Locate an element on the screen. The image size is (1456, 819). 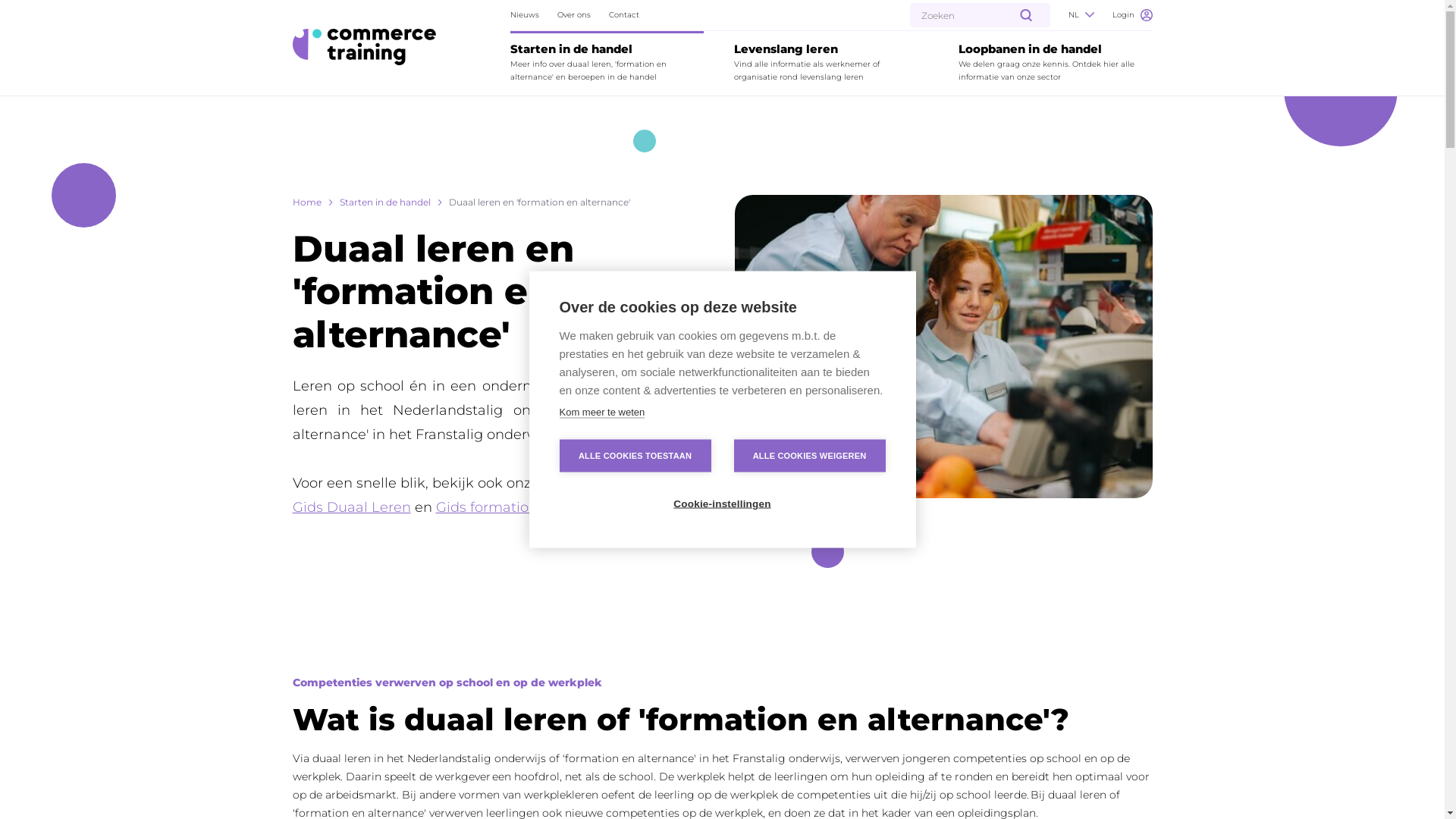
'Skip to main content' is located at coordinates (17, 8).